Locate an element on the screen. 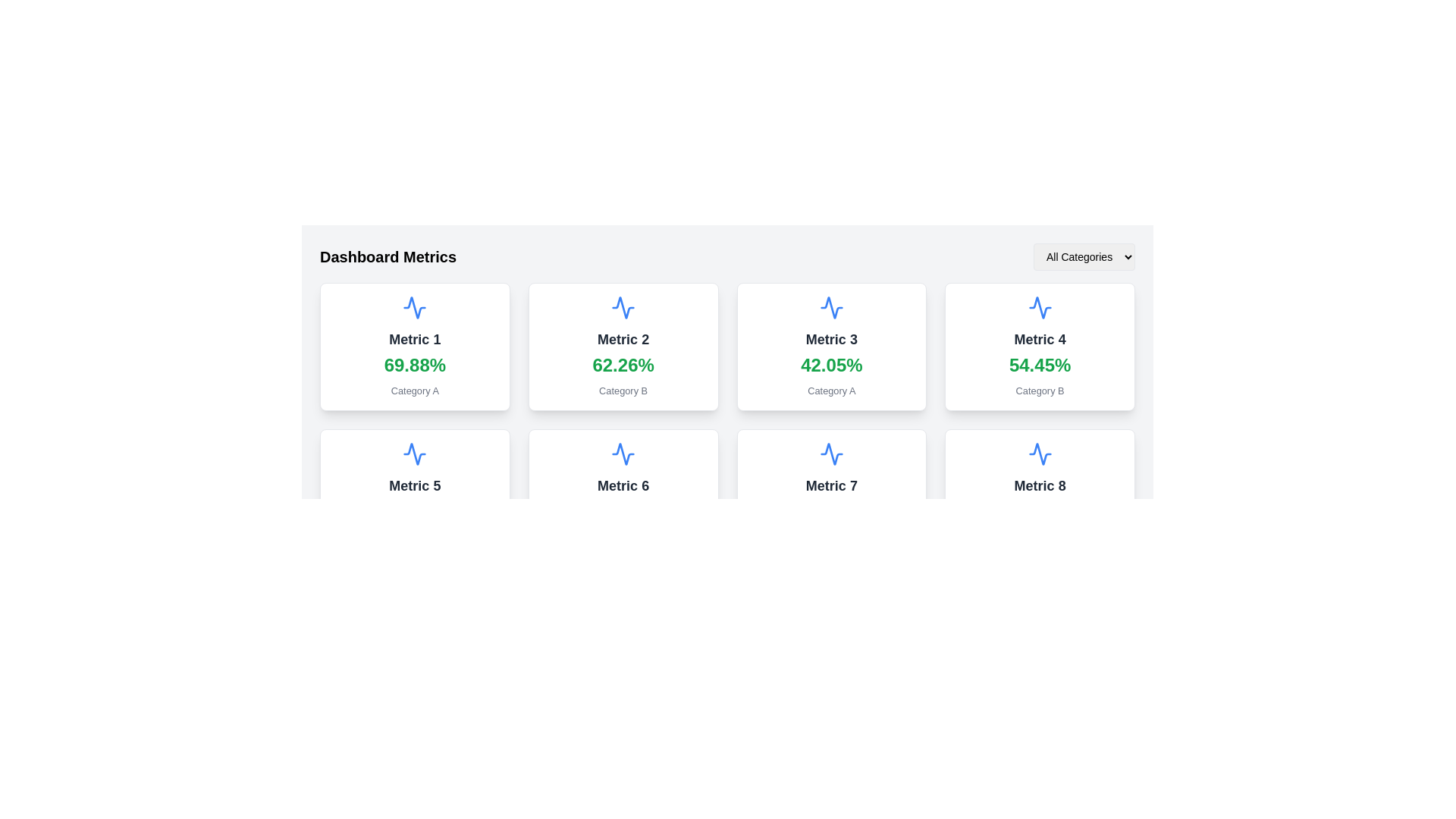  the decorative icon located in the center of the card labeled 'Metric 5' in the second row of the dashboard's grid layout is located at coordinates (415, 453).